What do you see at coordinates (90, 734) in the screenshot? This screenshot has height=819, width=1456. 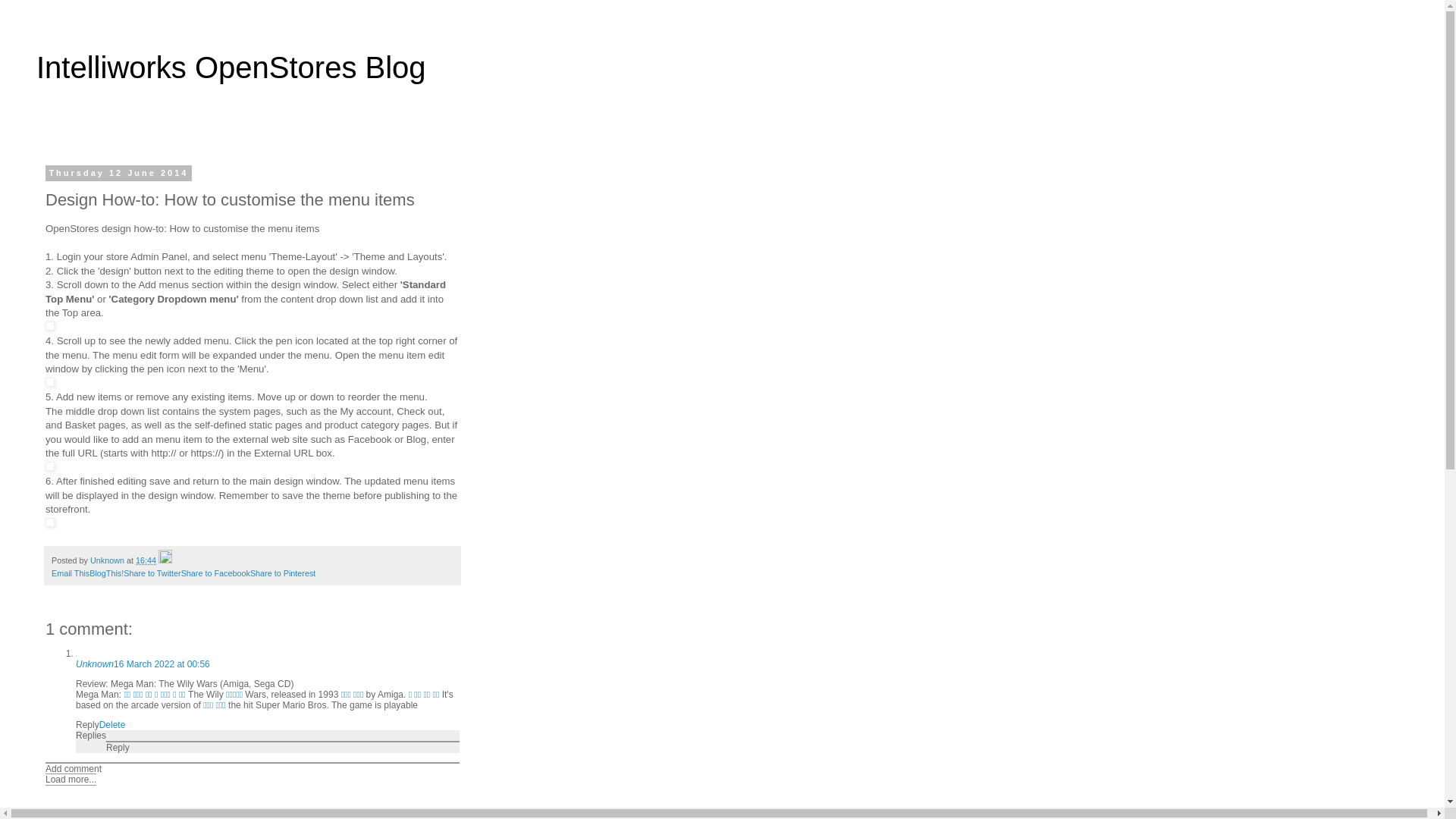 I see `'Replies'` at bounding box center [90, 734].